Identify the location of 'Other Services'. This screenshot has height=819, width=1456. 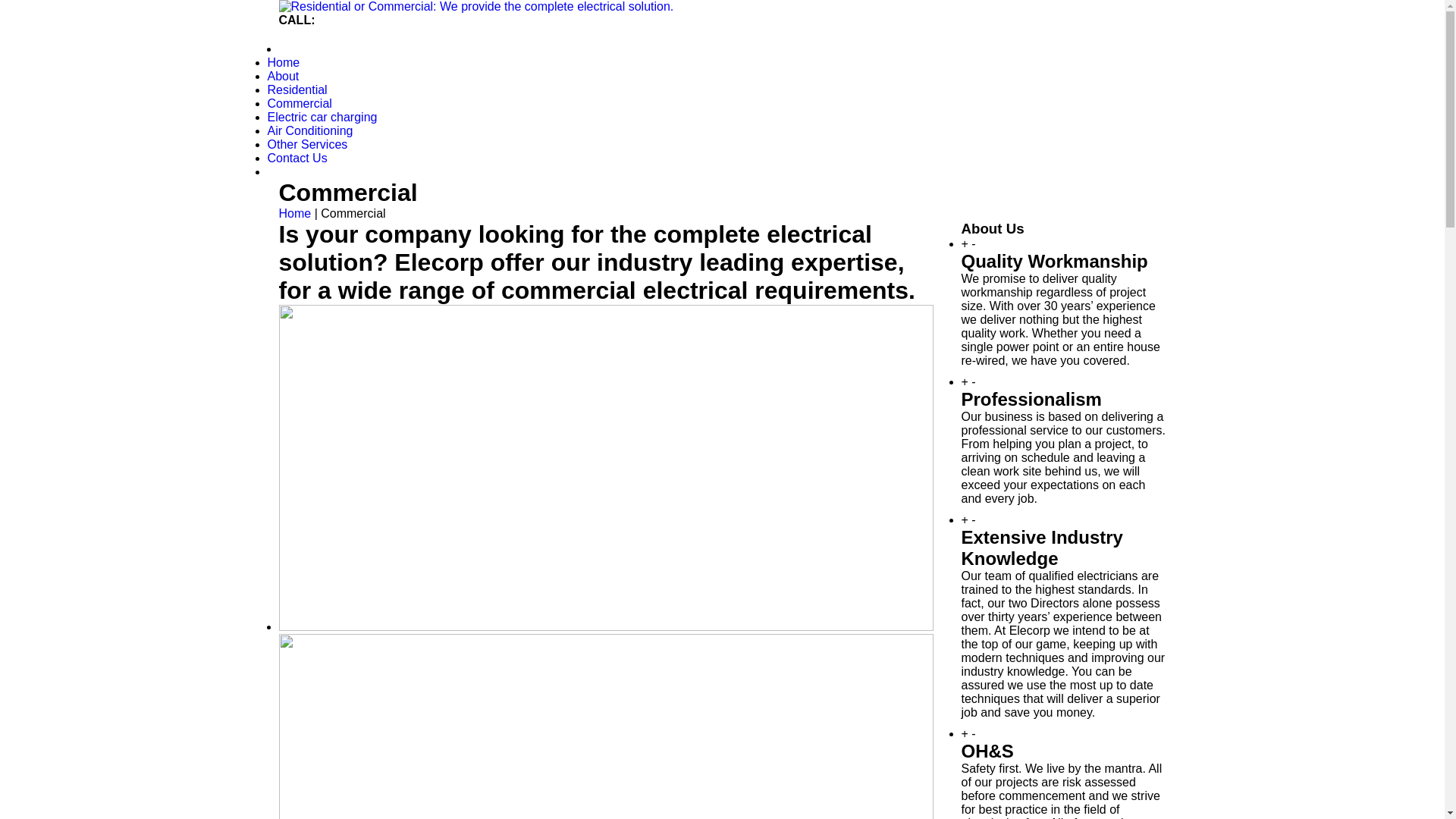
(306, 144).